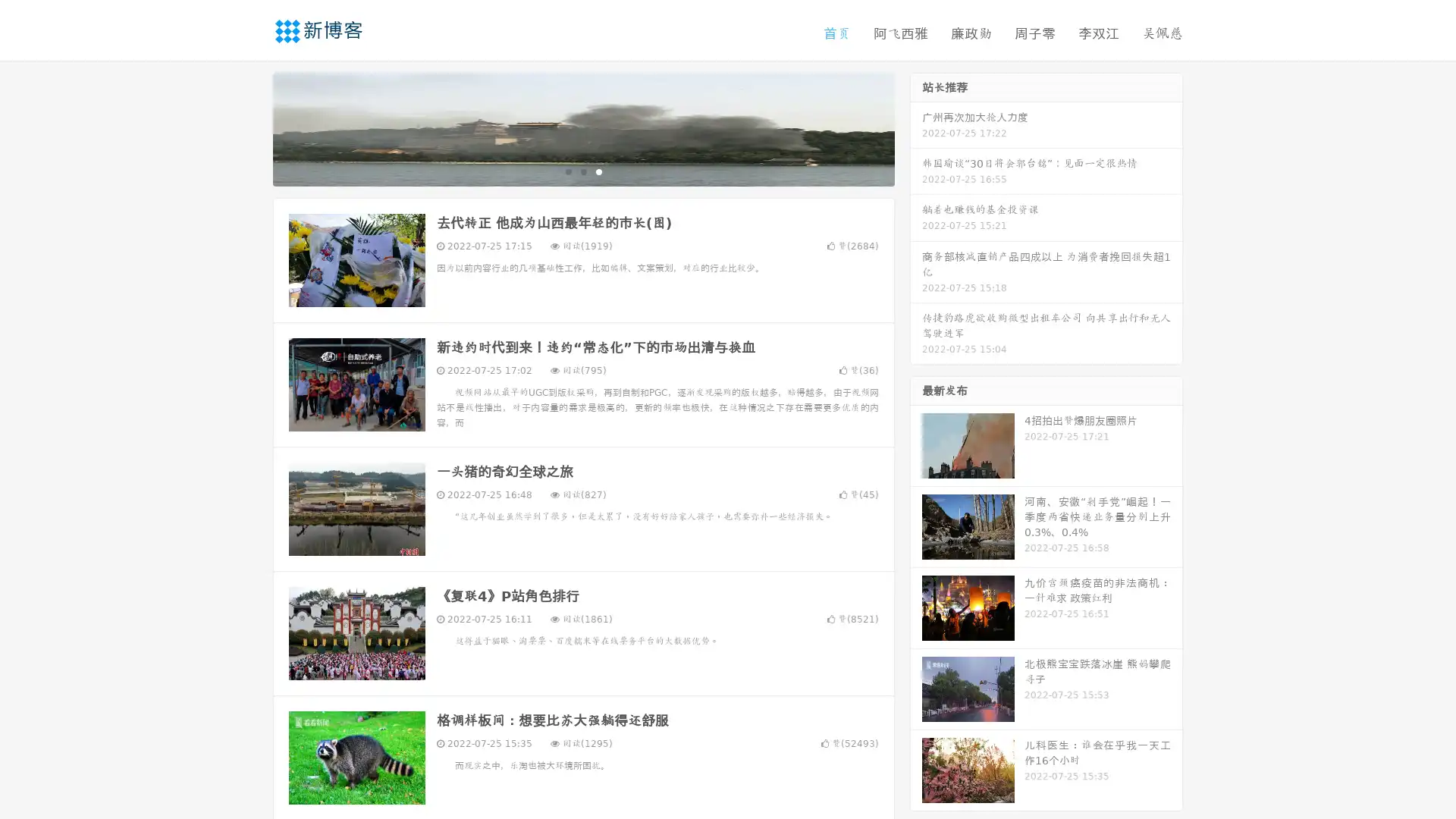 Image resolution: width=1456 pixels, height=819 pixels. Describe the element at coordinates (582, 171) in the screenshot. I see `Go to slide 2` at that location.